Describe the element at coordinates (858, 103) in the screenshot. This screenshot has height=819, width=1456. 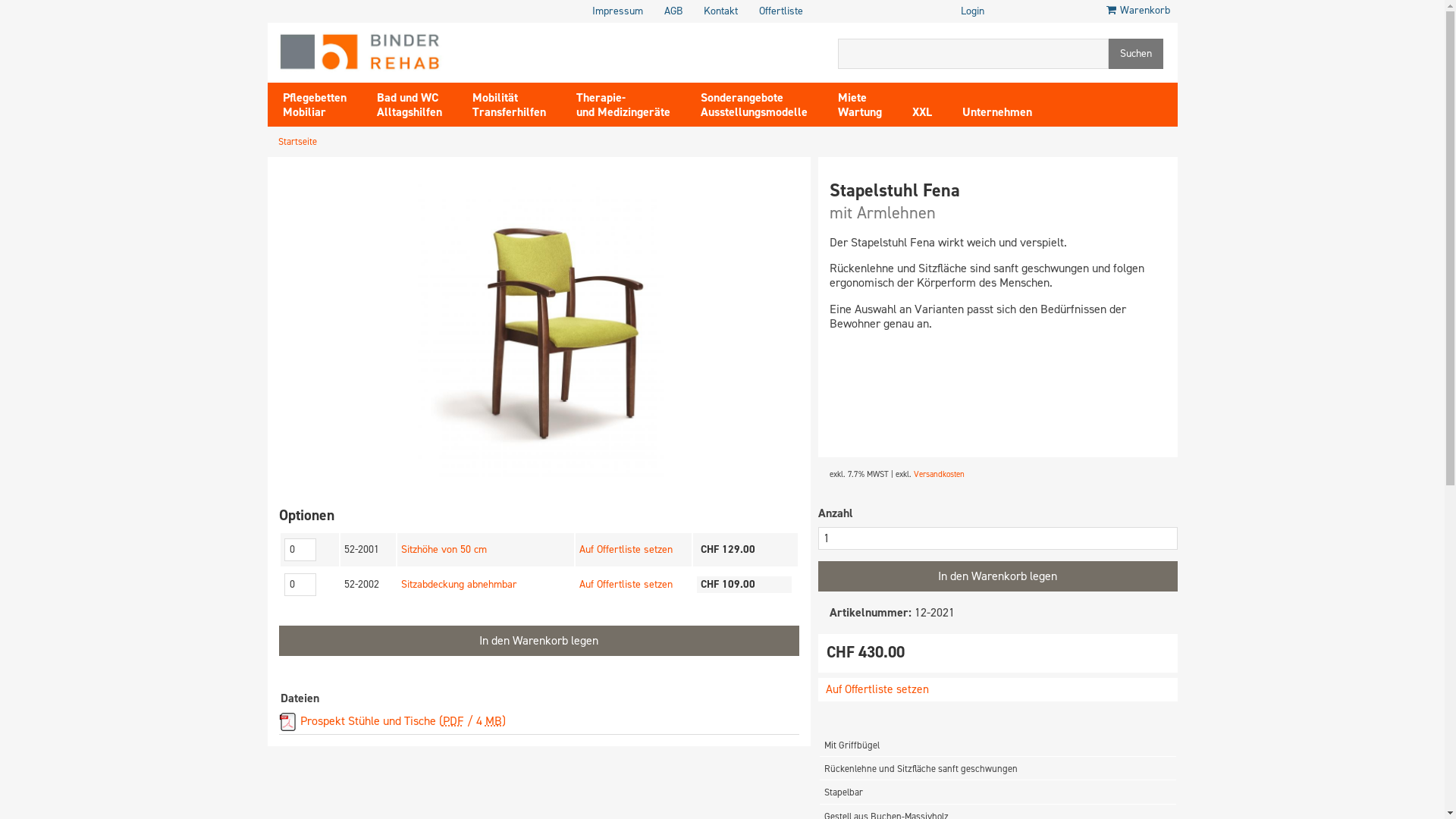
I see `'Miete` at that location.